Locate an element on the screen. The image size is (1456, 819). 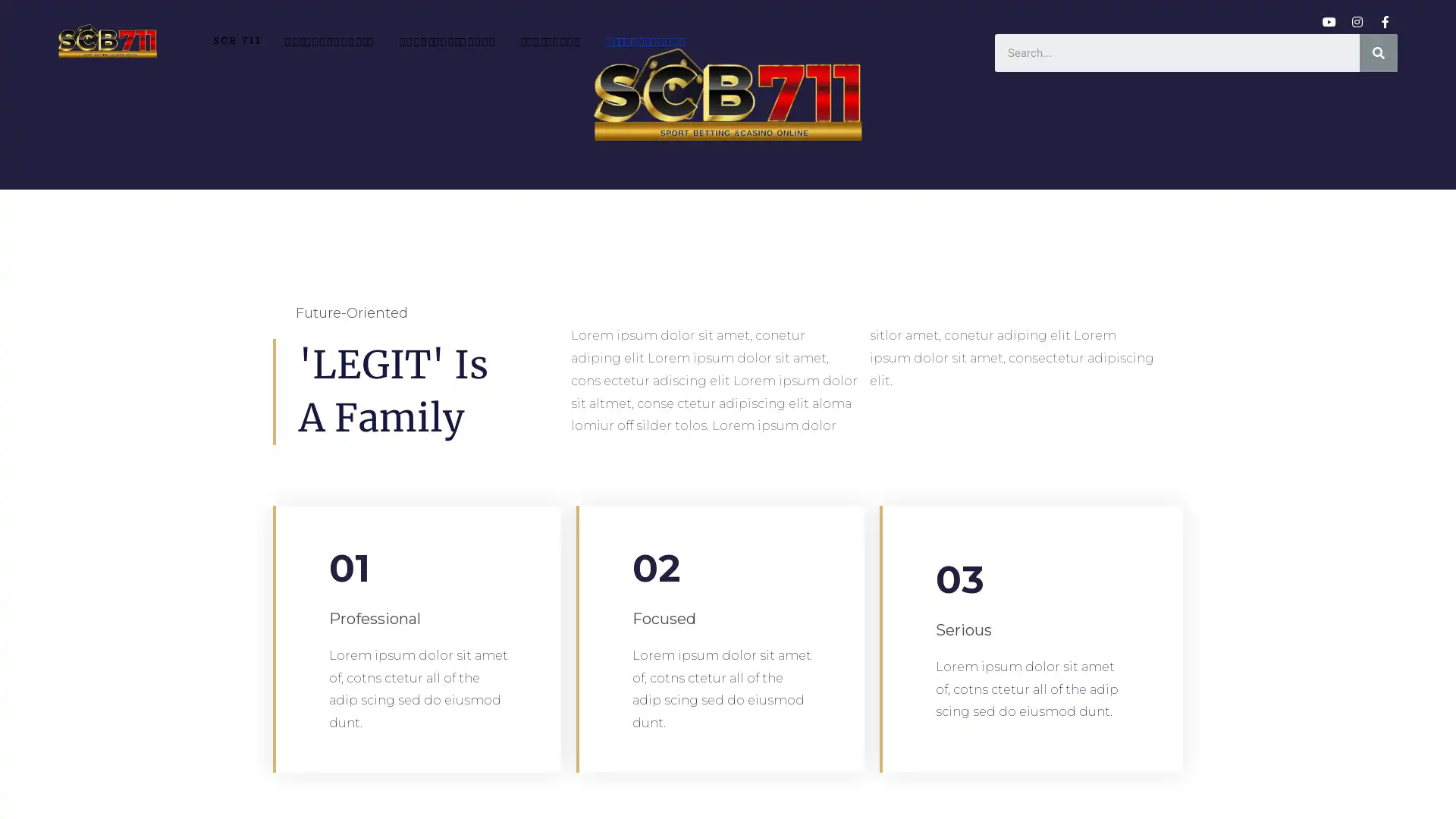
Search is located at coordinates (1379, 52).